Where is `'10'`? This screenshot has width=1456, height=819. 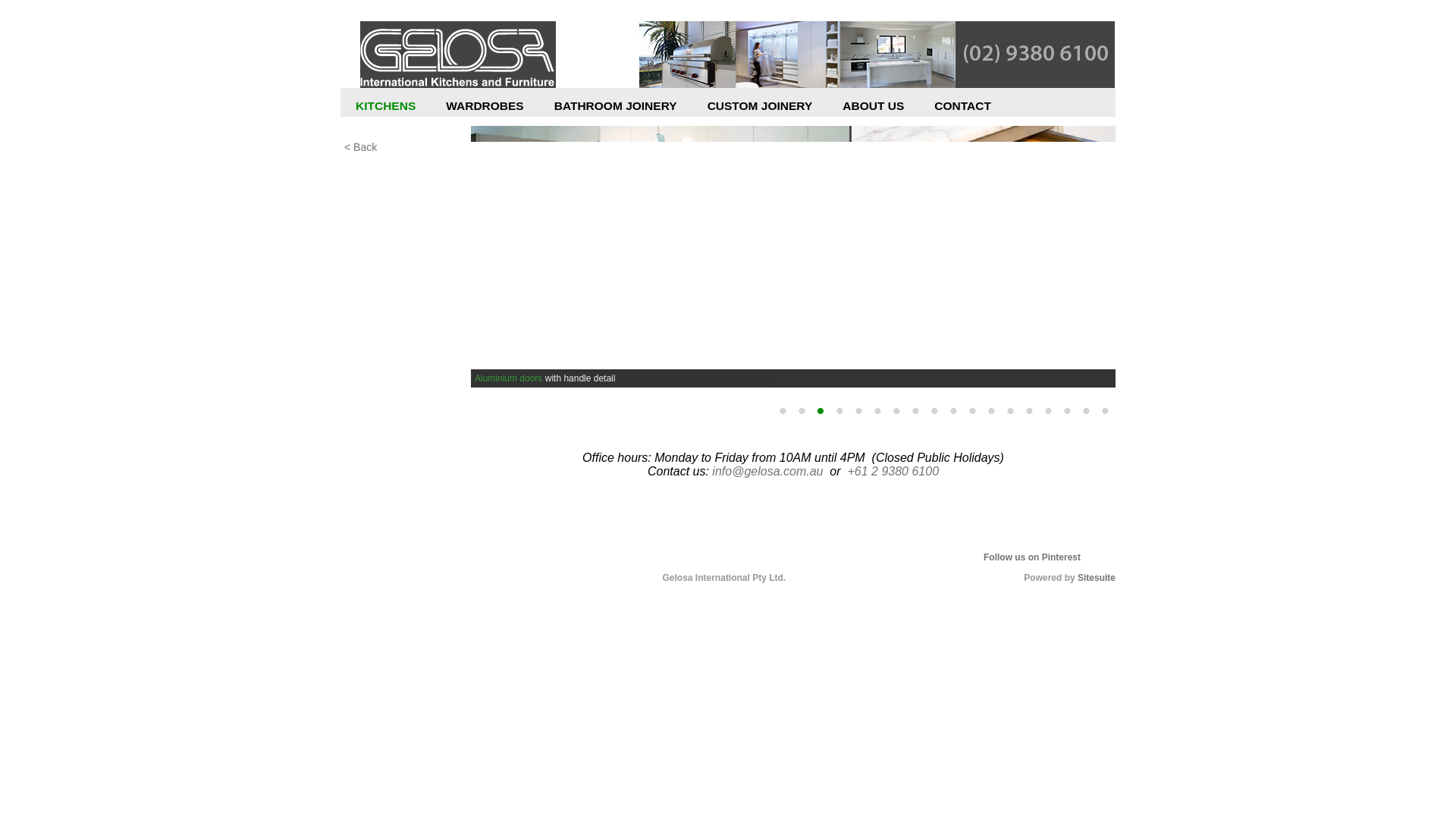
'10' is located at coordinates (952, 411).